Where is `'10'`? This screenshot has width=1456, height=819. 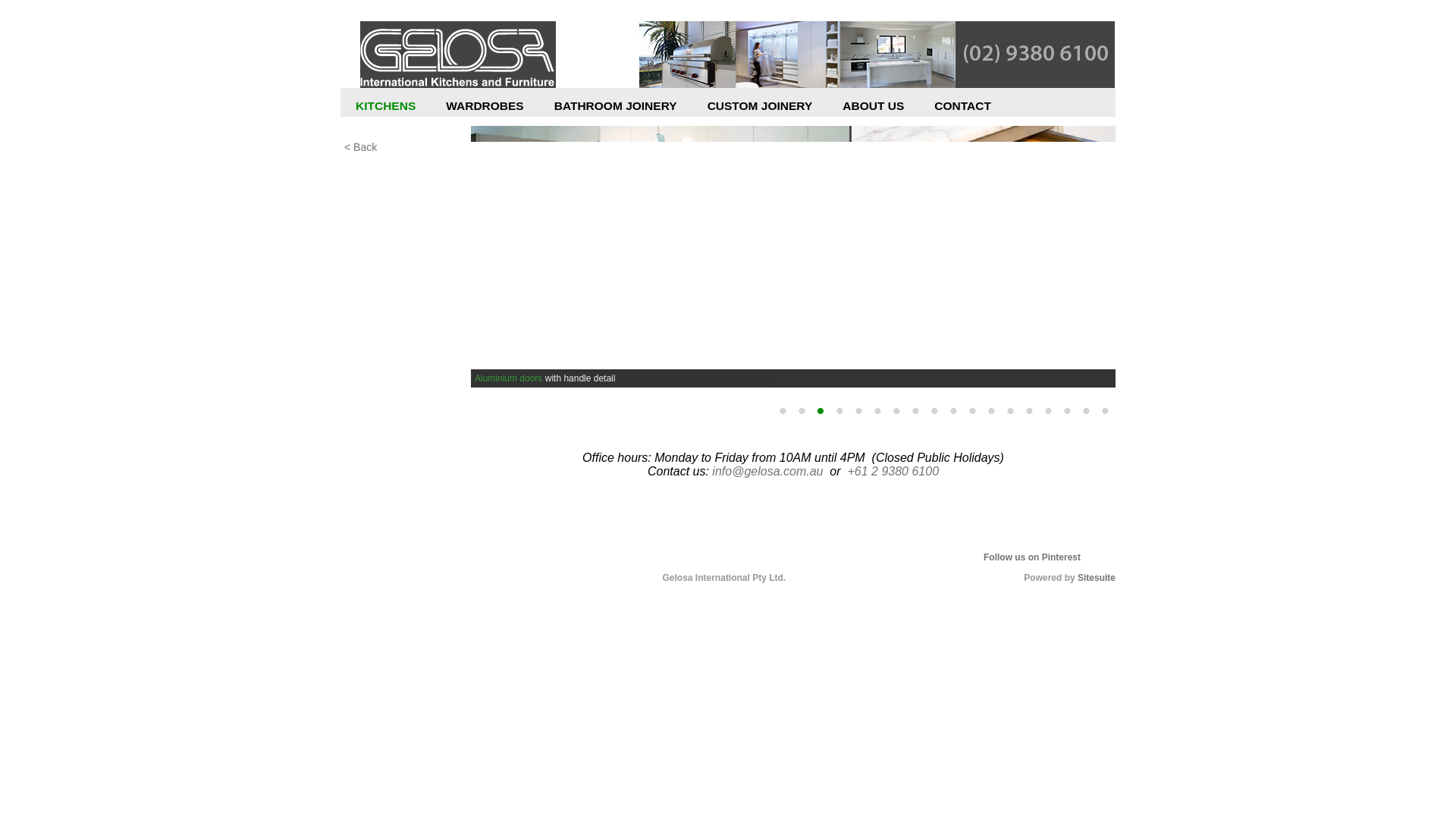
'10' is located at coordinates (952, 411).